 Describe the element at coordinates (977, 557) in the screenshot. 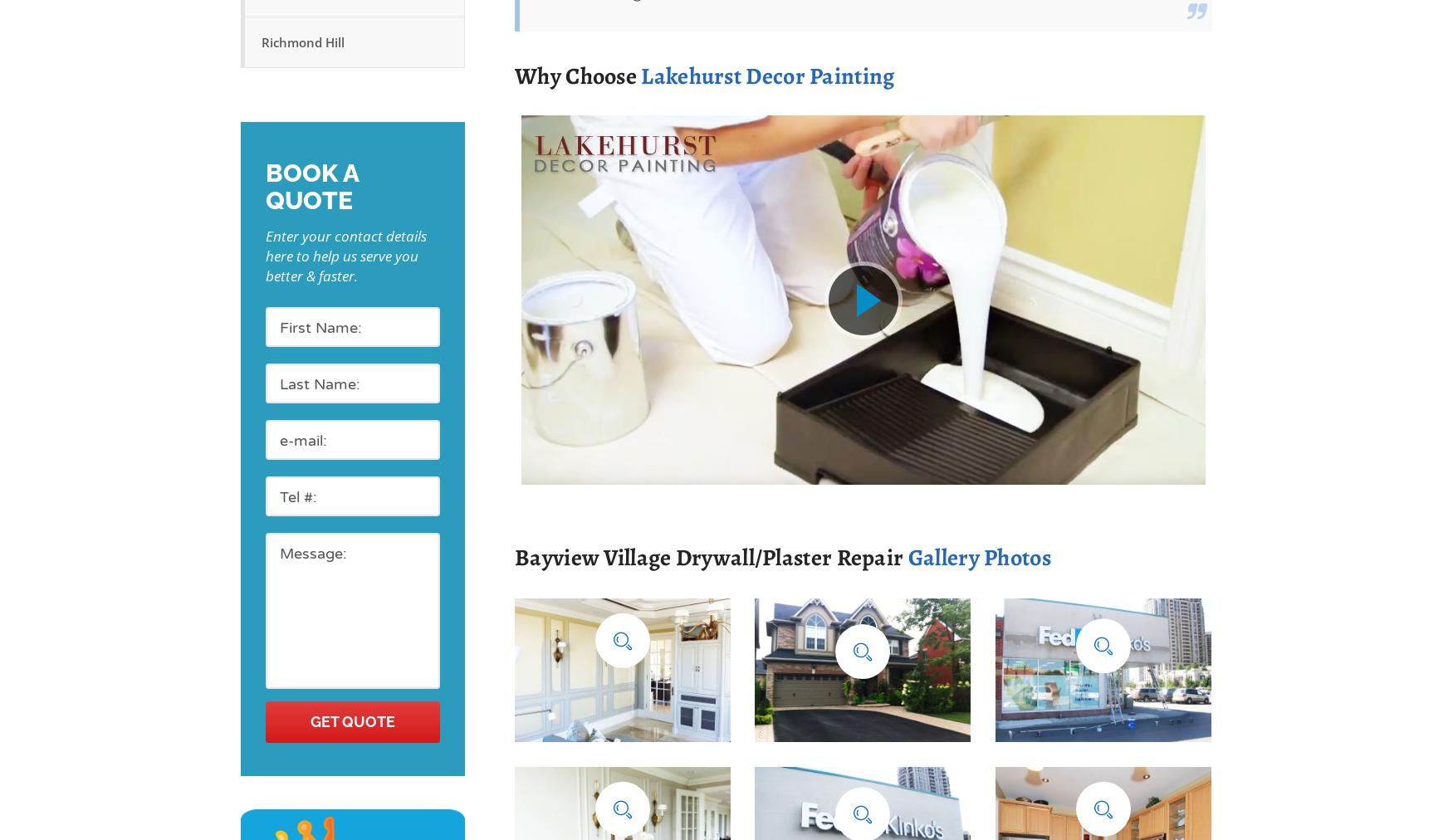

I see `'Gallery Photos'` at that location.